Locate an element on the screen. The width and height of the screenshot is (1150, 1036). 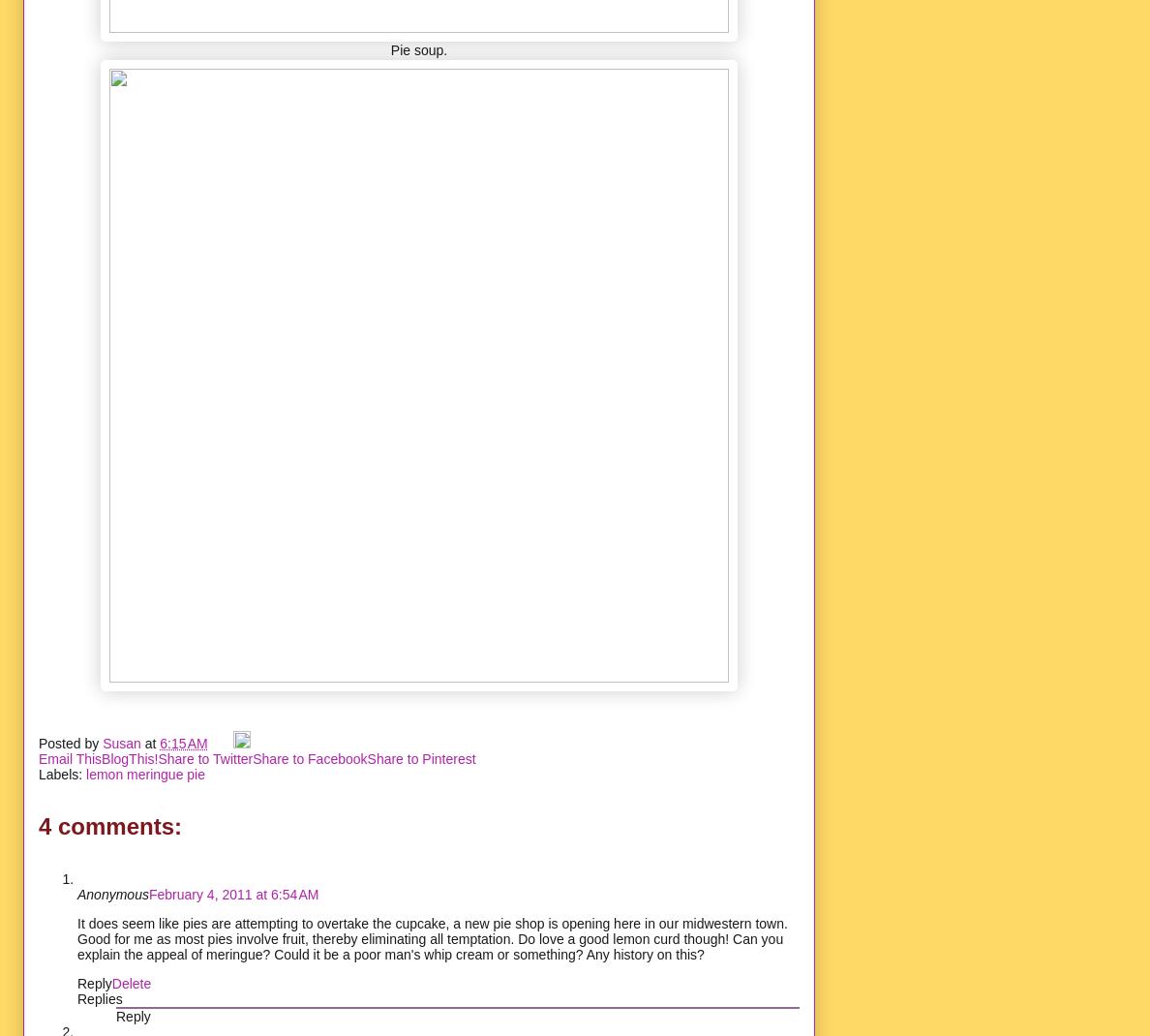
'Share to Pinterest' is located at coordinates (420, 757).